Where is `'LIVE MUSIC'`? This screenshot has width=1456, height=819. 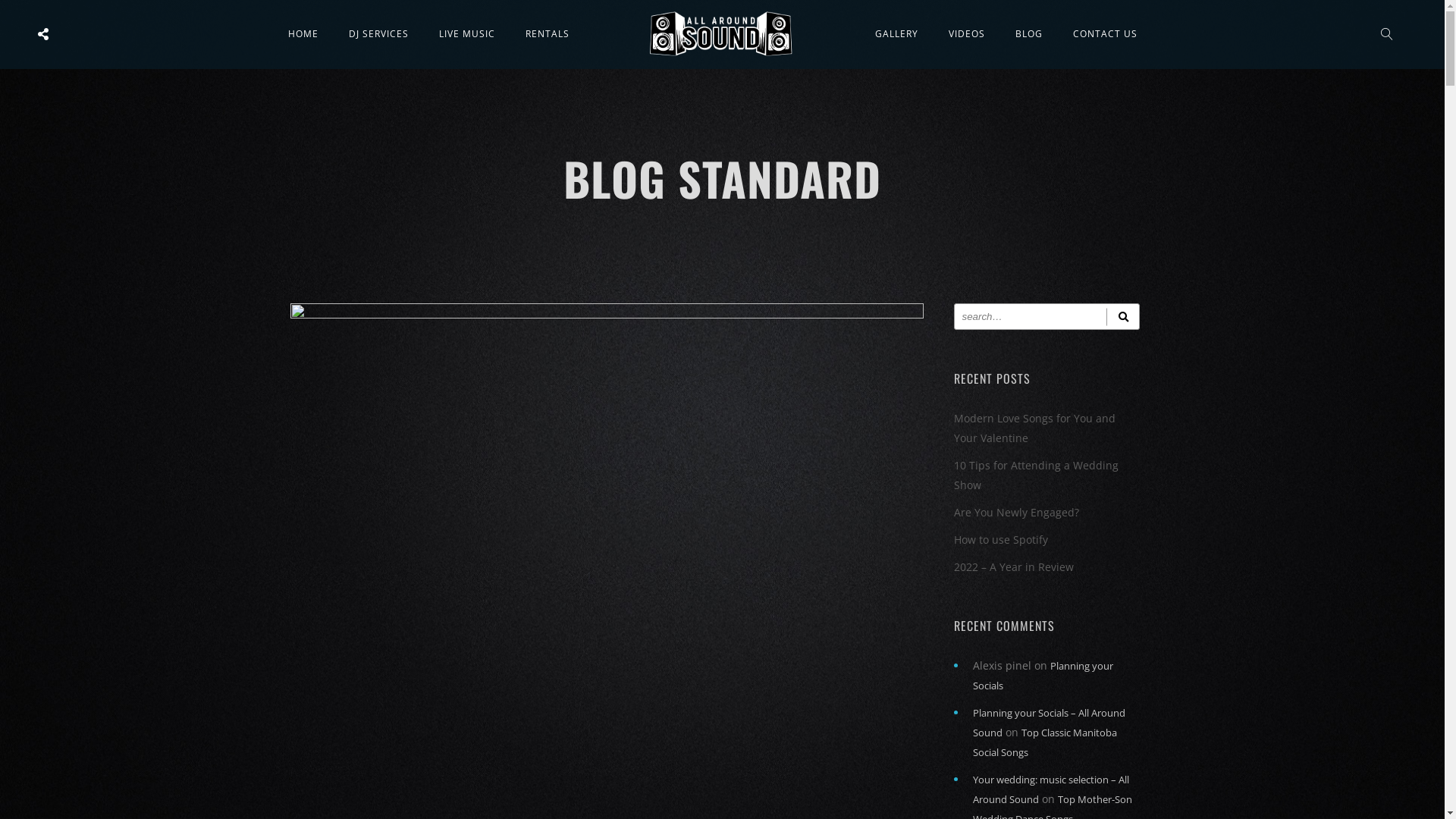 'LIVE MUSIC' is located at coordinates (466, 33).